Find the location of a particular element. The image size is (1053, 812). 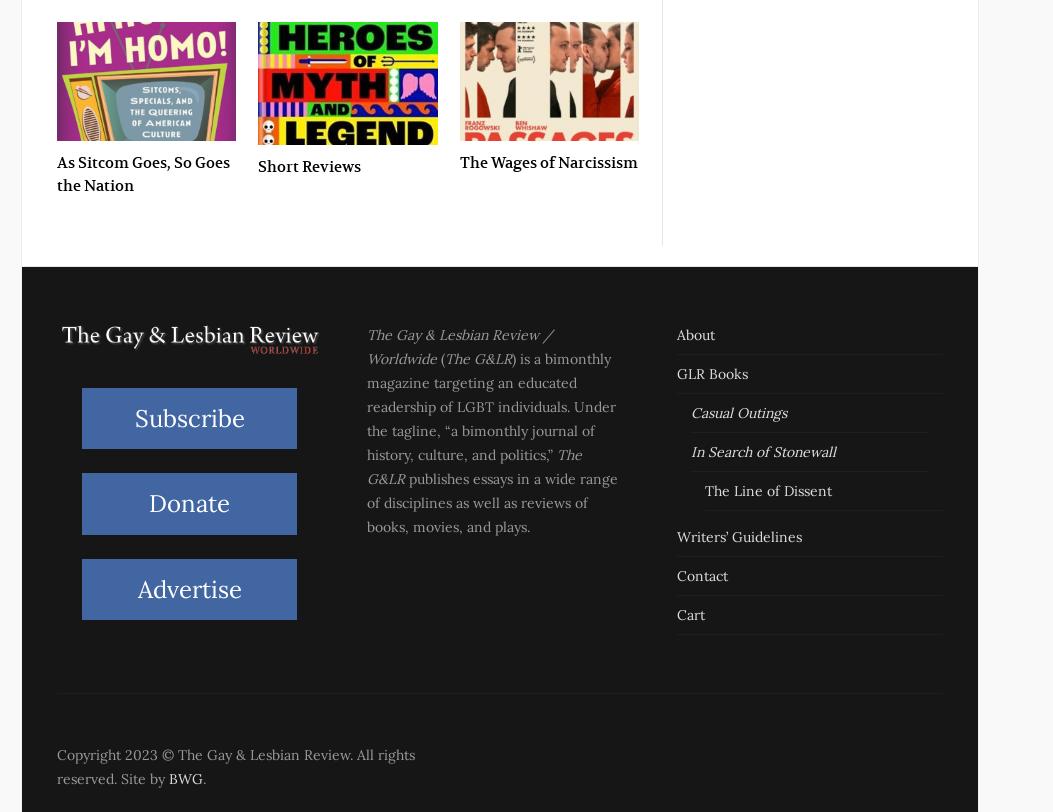

'Copyright 2023' is located at coordinates (109, 754).